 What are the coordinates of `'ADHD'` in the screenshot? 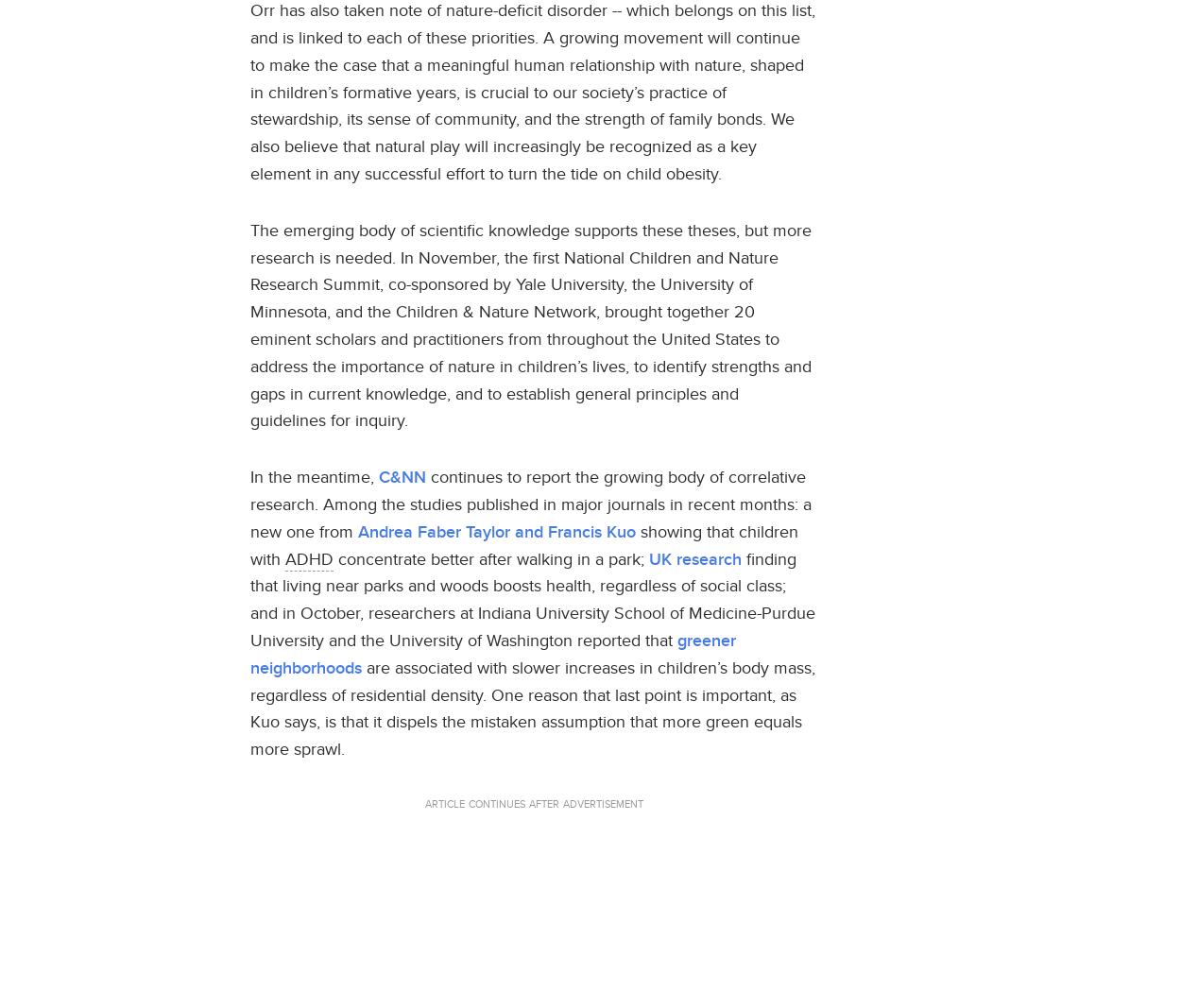 It's located at (308, 557).